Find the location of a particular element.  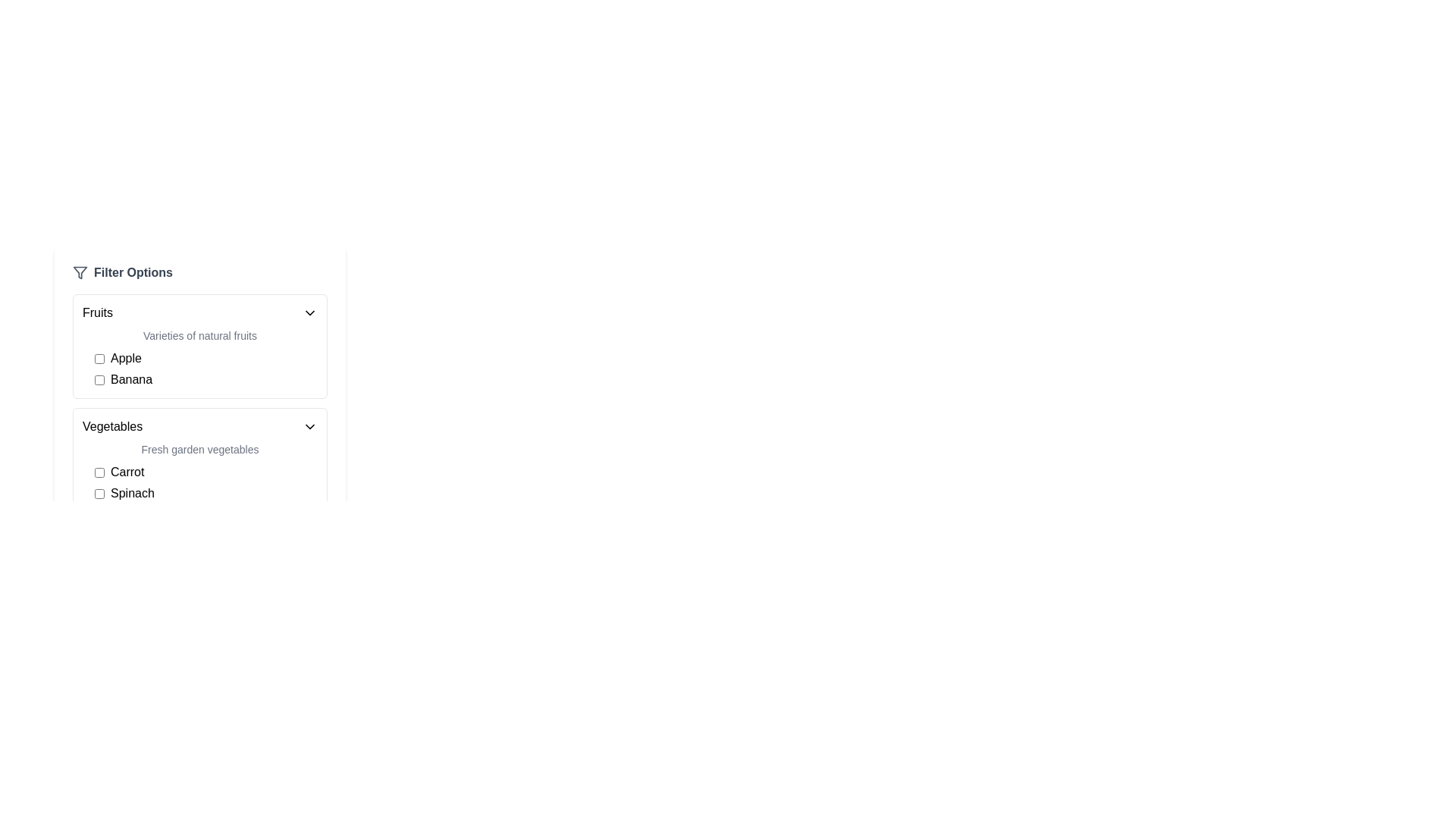

the label for the checkbox located in the 'Fruits' section, which is positioned beside the multi-state checkbox and is the first item listed above 'Banana.' is located at coordinates (126, 359).